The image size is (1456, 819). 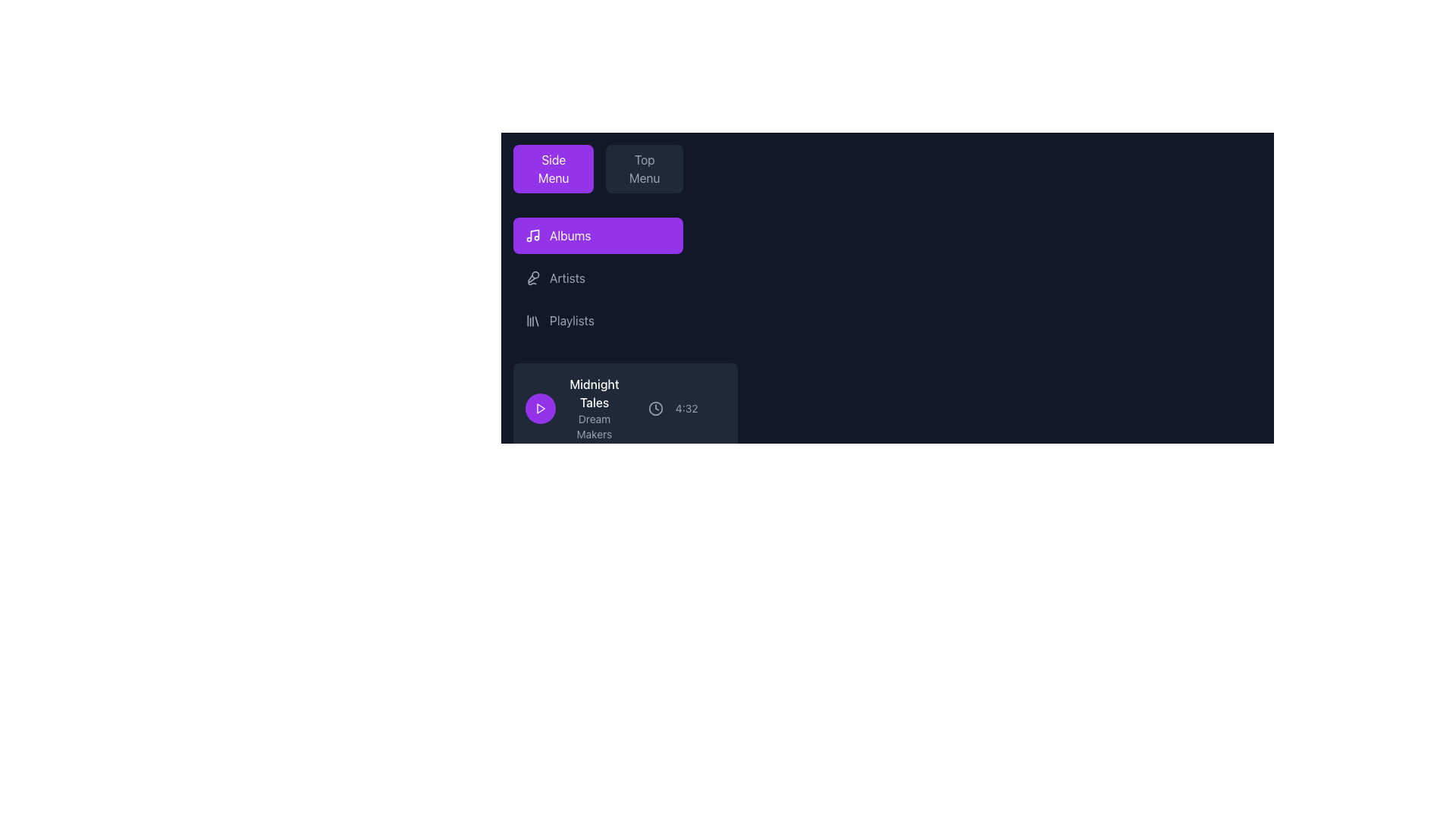 I want to click on the 'Artists' menu item located in the upper portion of the sidebar, which is the second option in a stacked grouping of three menu items, so click(x=597, y=278).